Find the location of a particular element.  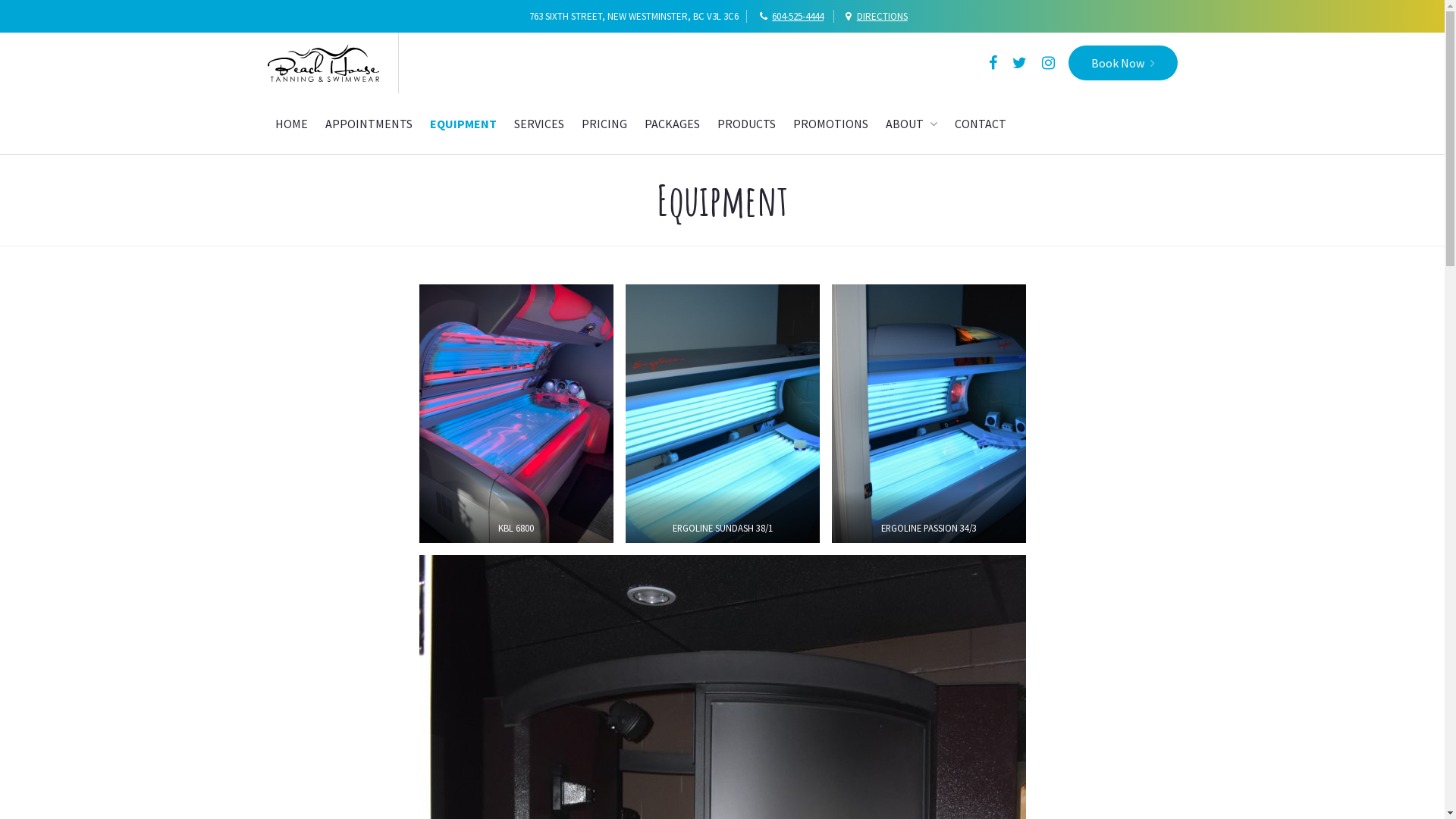

'Facebook' is located at coordinates (993, 62).